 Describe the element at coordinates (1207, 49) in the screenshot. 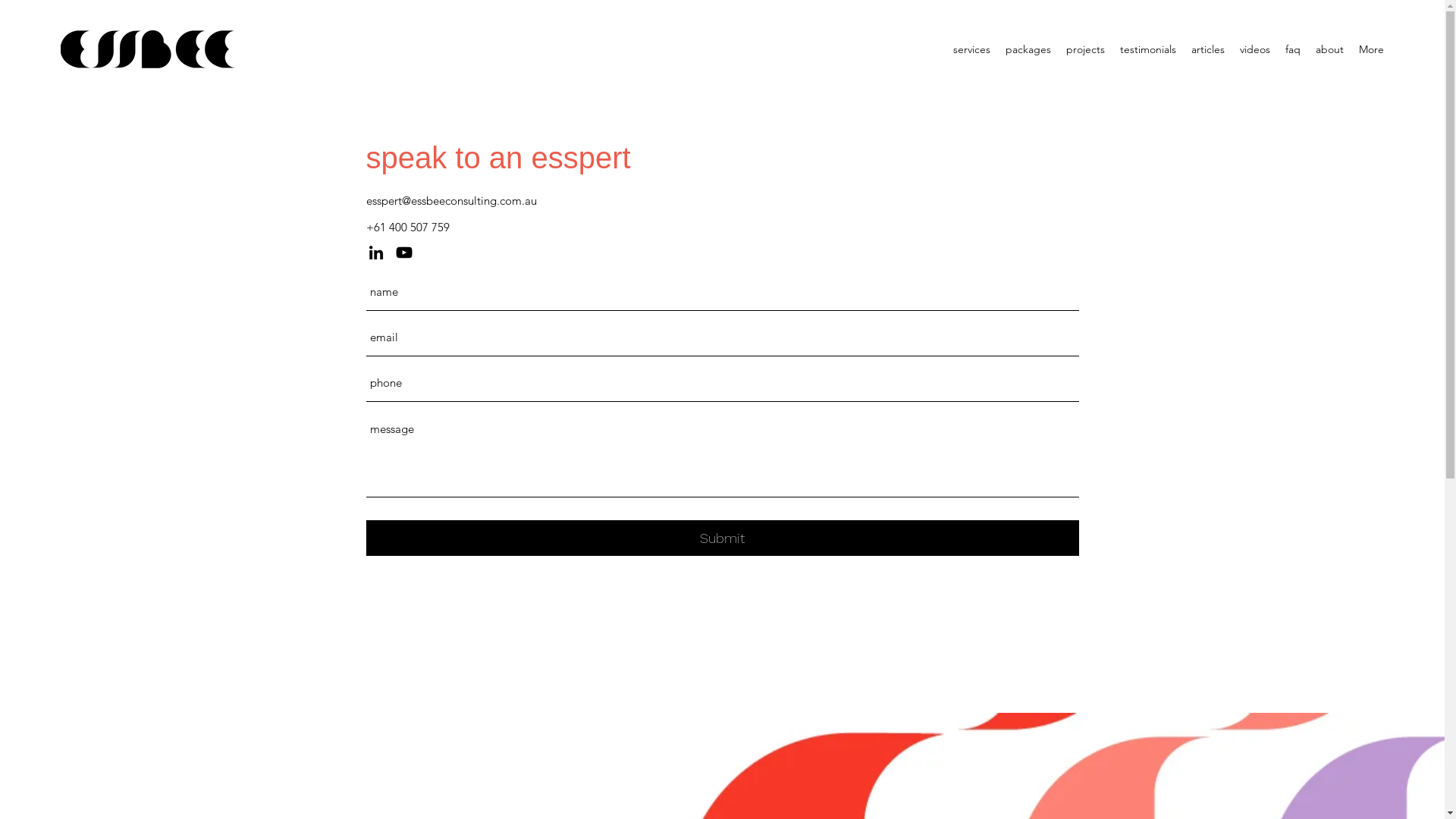

I see `'articles'` at that location.